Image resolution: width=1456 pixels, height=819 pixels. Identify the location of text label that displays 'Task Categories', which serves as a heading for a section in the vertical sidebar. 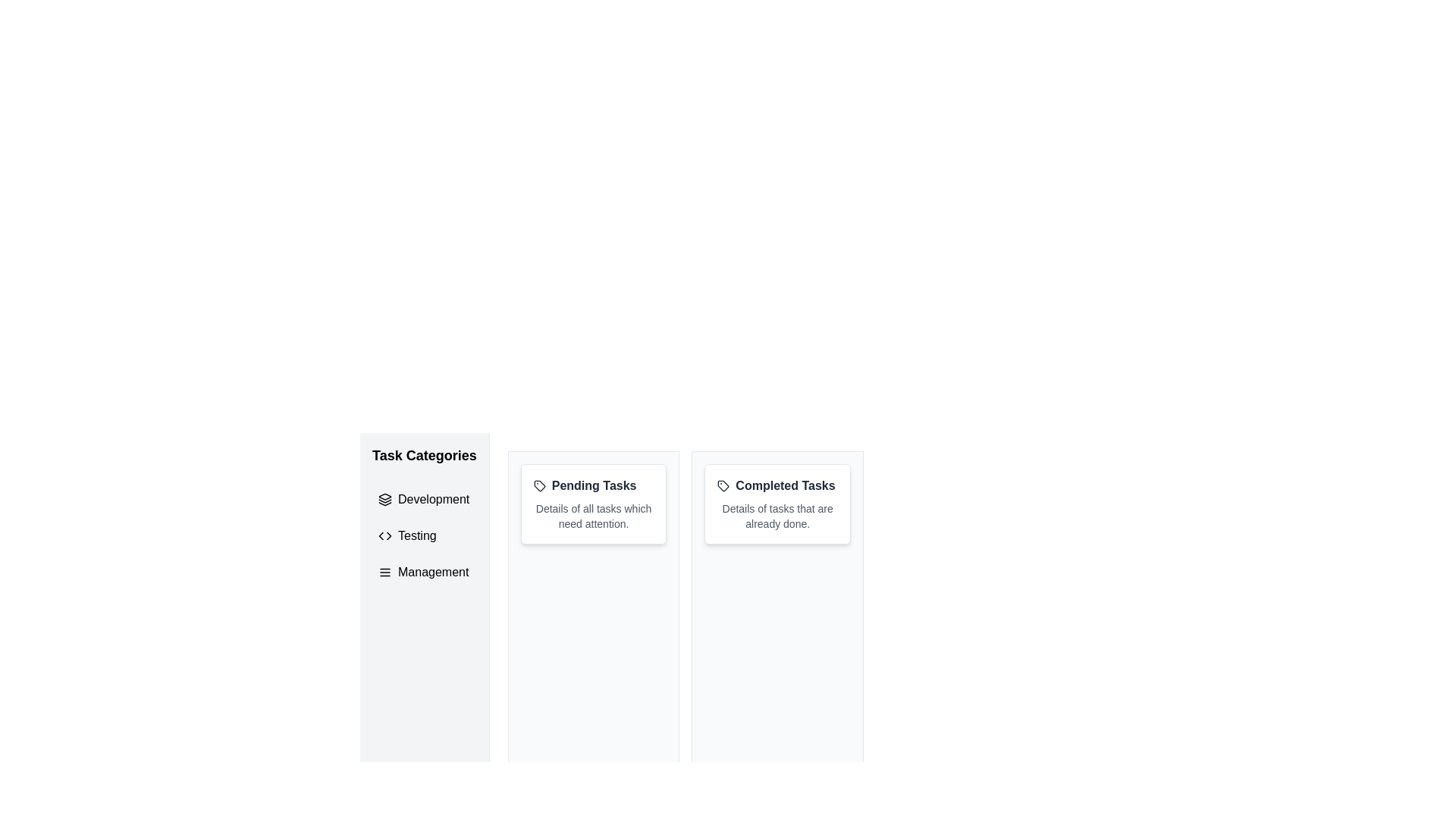
(424, 455).